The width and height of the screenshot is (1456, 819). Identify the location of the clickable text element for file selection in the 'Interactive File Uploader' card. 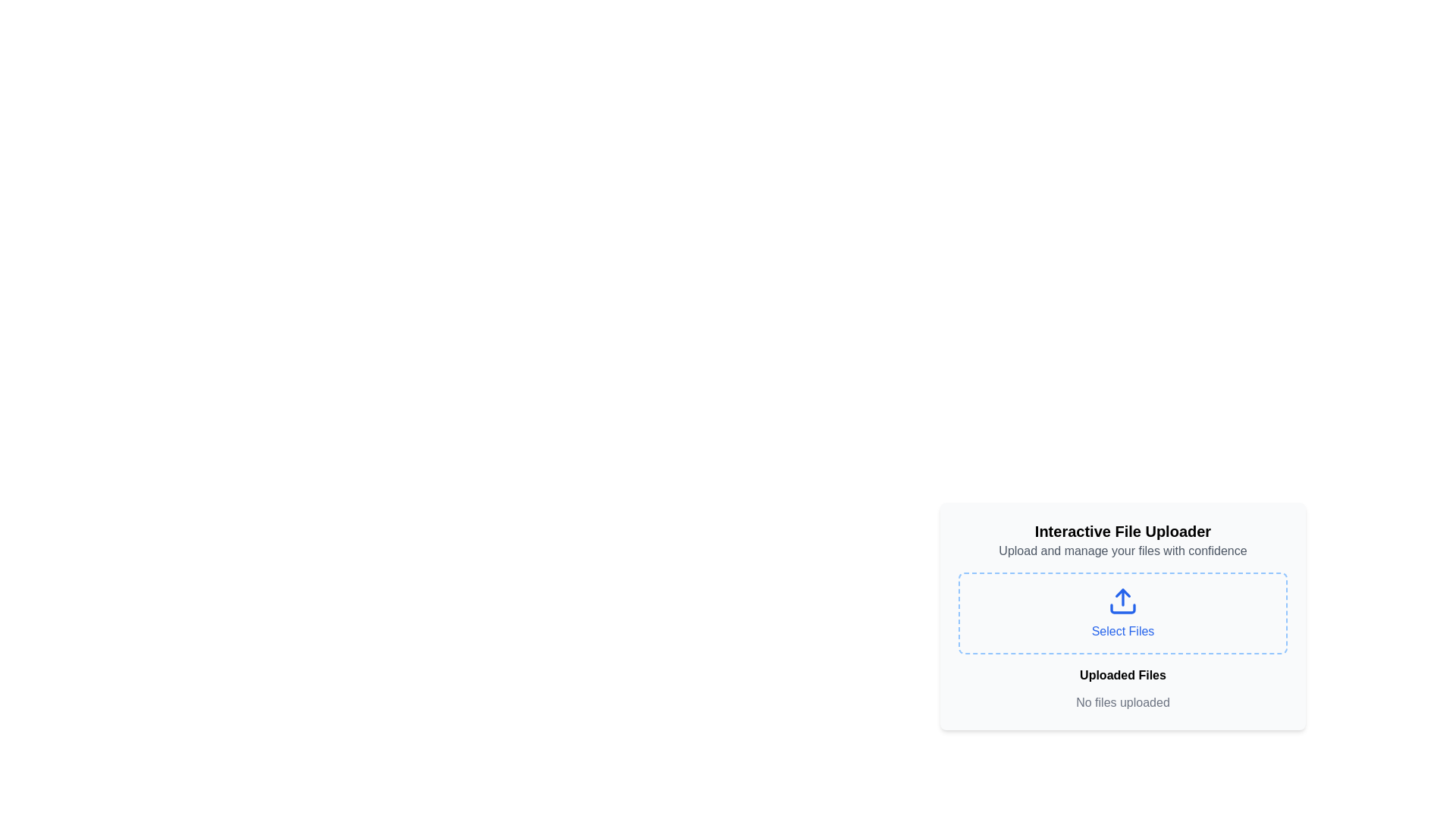
(1123, 610).